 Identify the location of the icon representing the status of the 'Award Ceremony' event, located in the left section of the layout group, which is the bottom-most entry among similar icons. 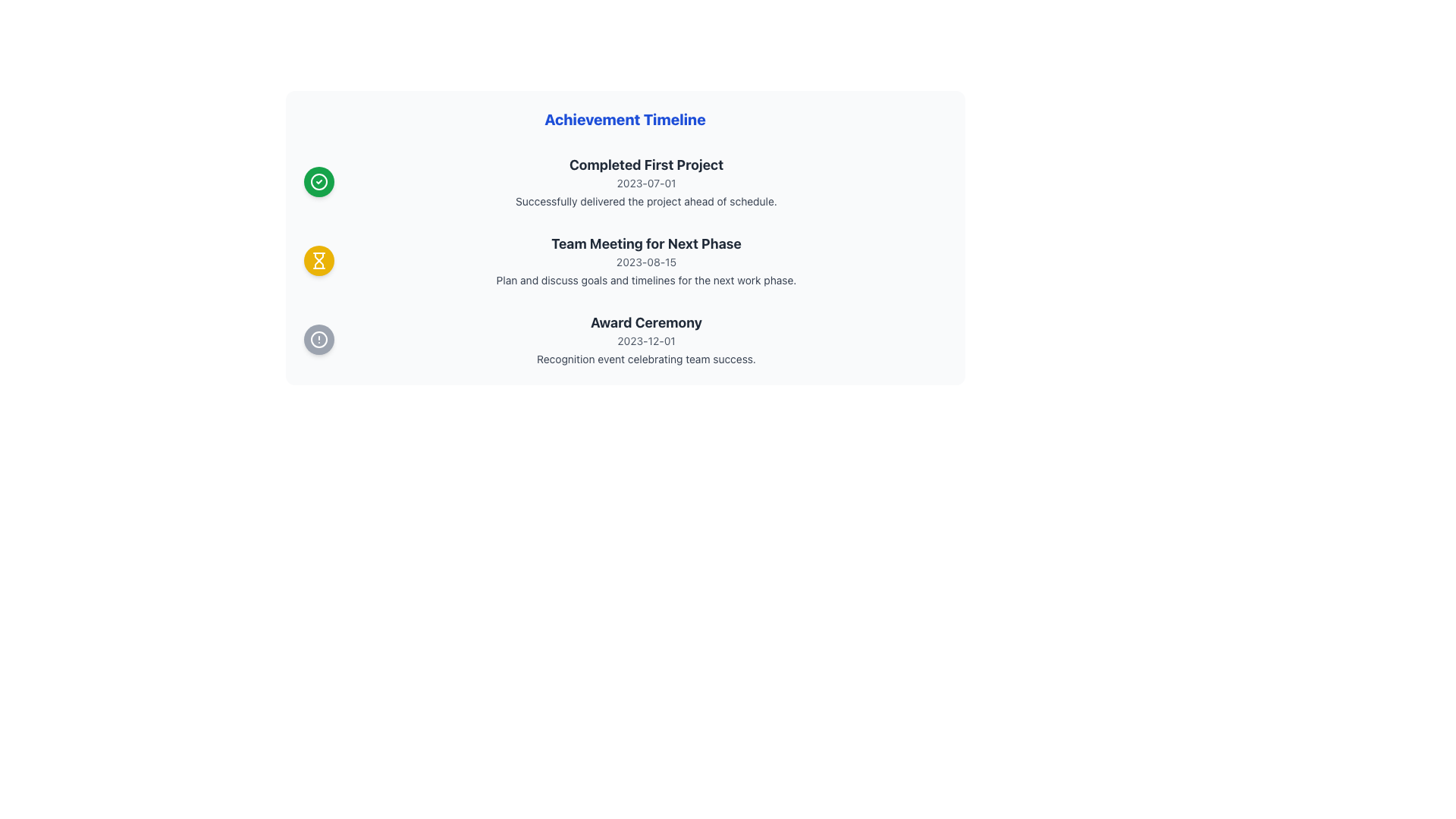
(318, 338).